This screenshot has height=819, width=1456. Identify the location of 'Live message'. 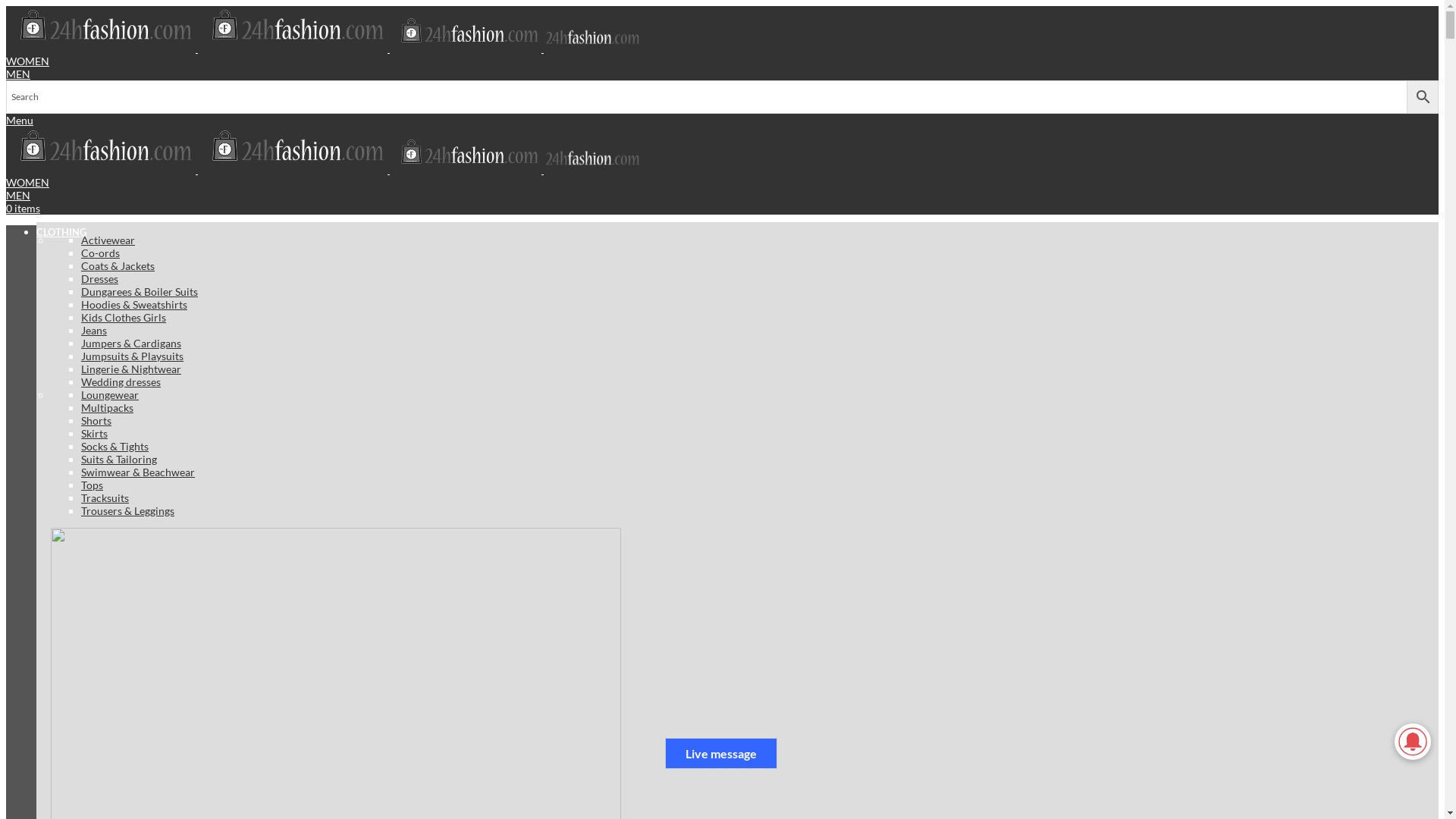
(720, 753).